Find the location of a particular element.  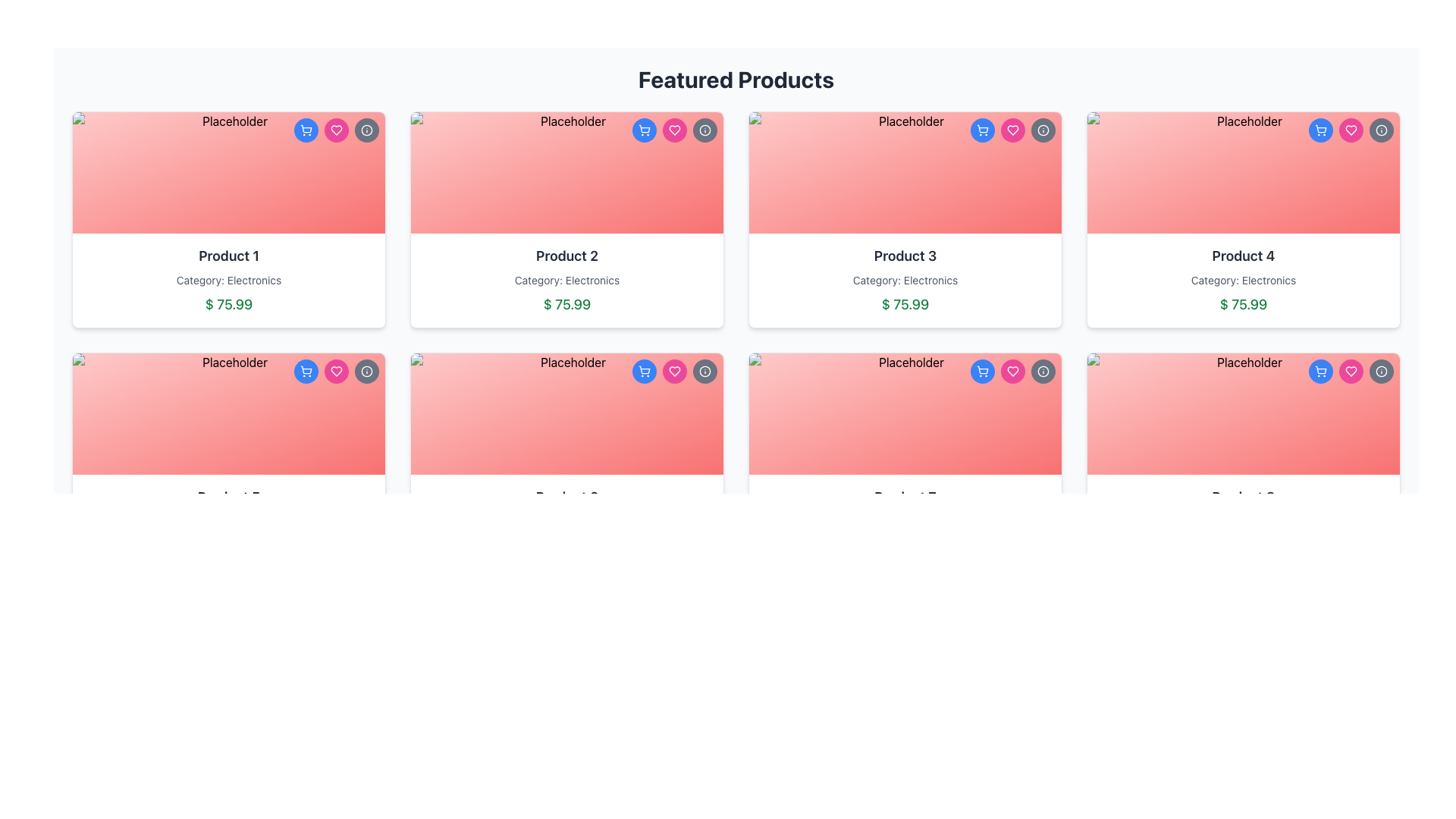

the circular blue button with a white border and shopping cart icon, located at the top-right corner of the 'Product 1' card, to trigger tooltips or visual highlights is located at coordinates (305, 130).